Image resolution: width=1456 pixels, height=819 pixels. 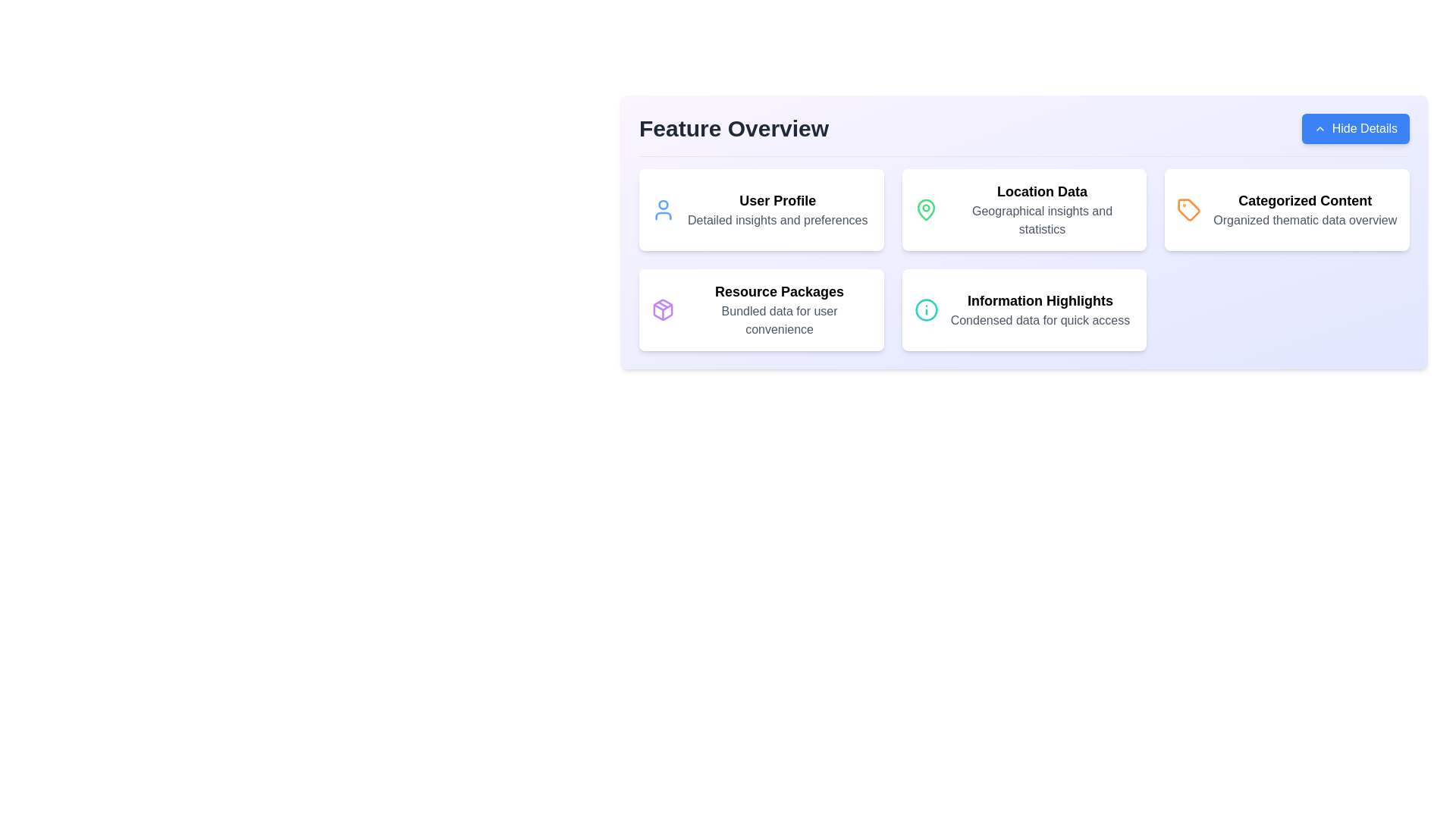 What do you see at coordinates (1041, 191) in the screenshot?
I see `the Header text element of the second card in the top row, which summarizes the card's purpose and insights about locations` at bounding box center [1041, 191].